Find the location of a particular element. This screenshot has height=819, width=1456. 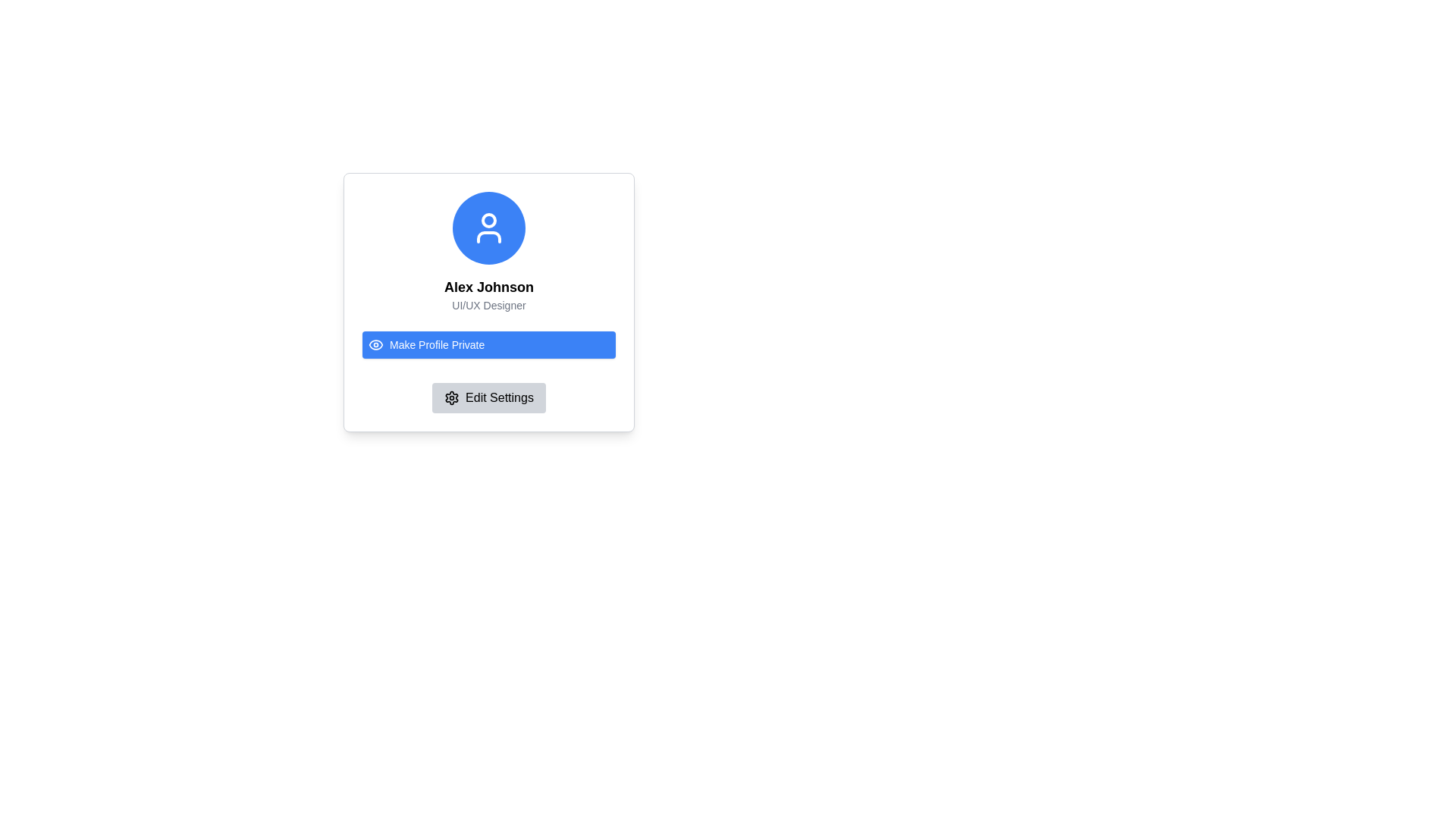

the gear icon within the 'Edit Settings' button at the bottom of the user profile options is located at coordinates (451, 397).